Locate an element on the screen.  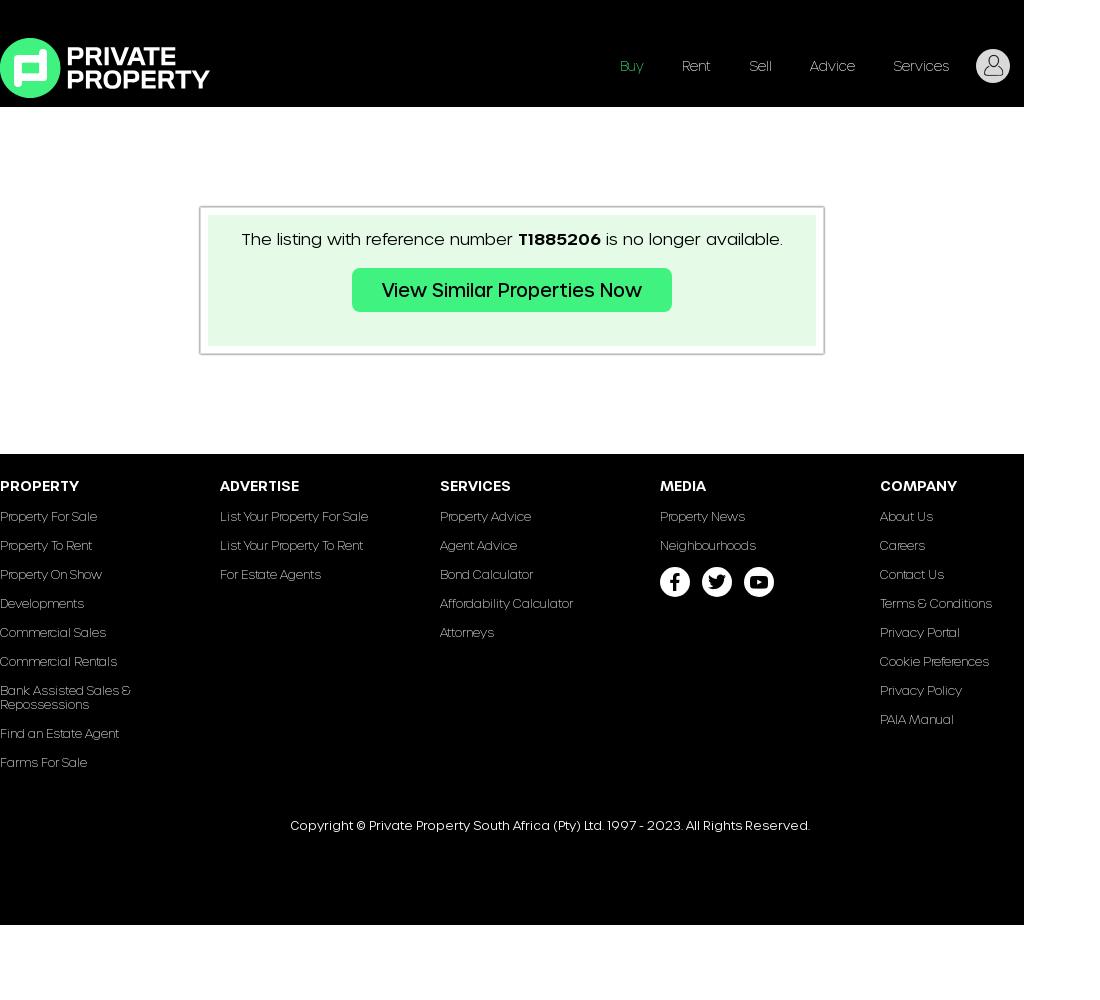
'Cookie Preferences' is located at coordinates (934, 661).